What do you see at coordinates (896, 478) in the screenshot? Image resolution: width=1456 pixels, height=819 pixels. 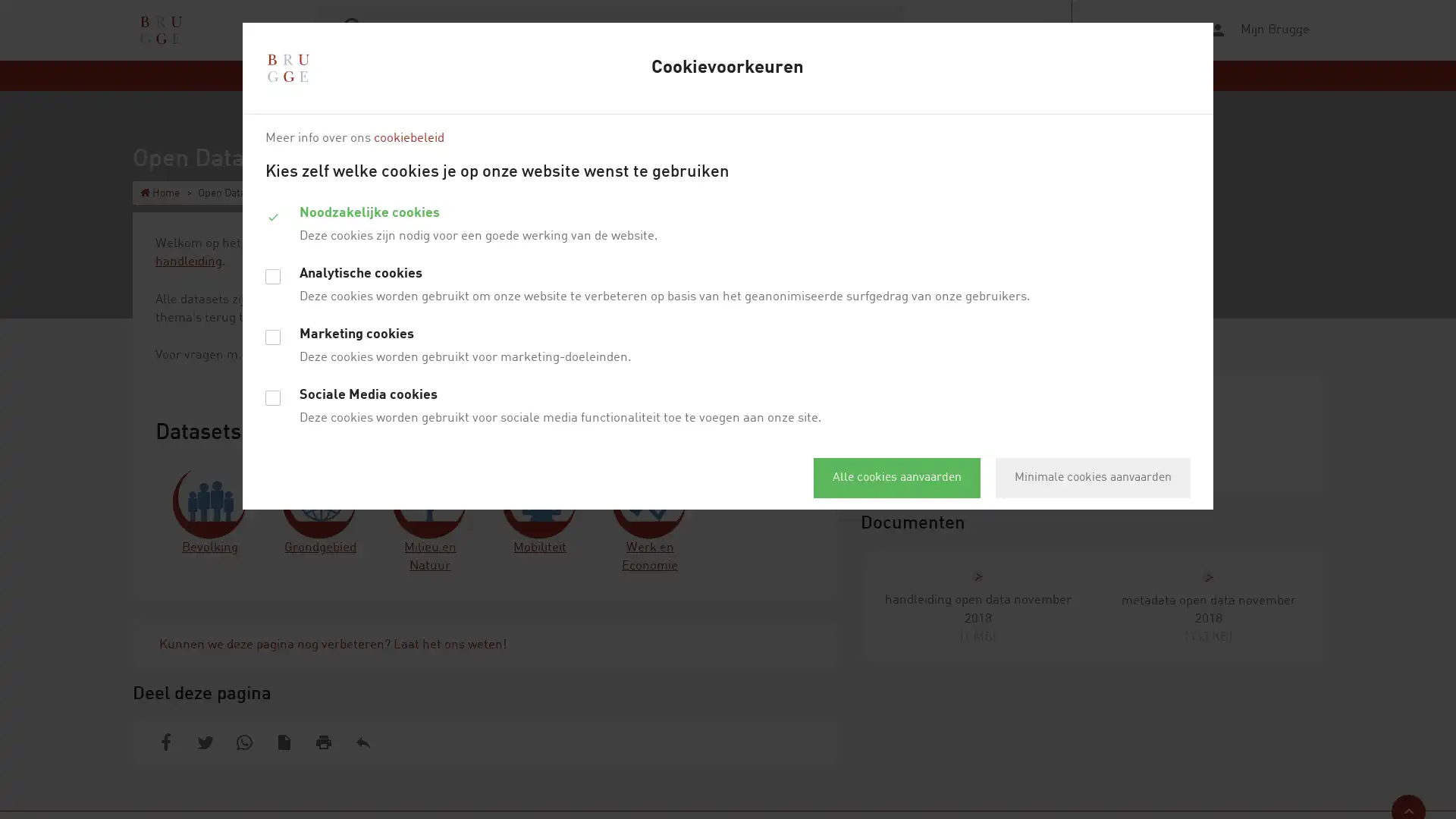 I see `Alle cookies aanvaarden` at bounding box center [896, 478].